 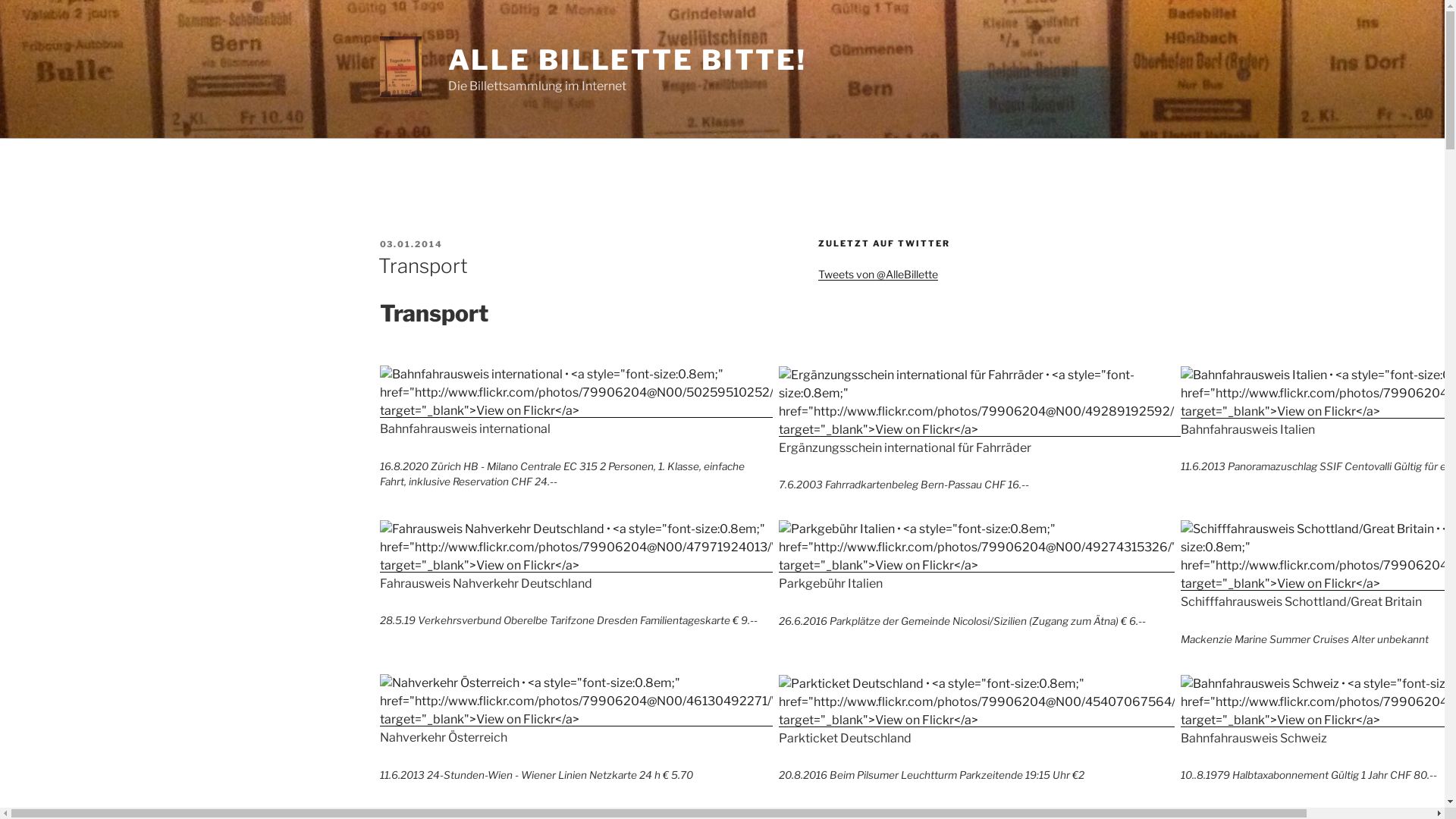 What do you see at coordinates (378, 410) in the screenshot?
I see `'Bahnfahrausweis international'` at bounding box center [378, 410].